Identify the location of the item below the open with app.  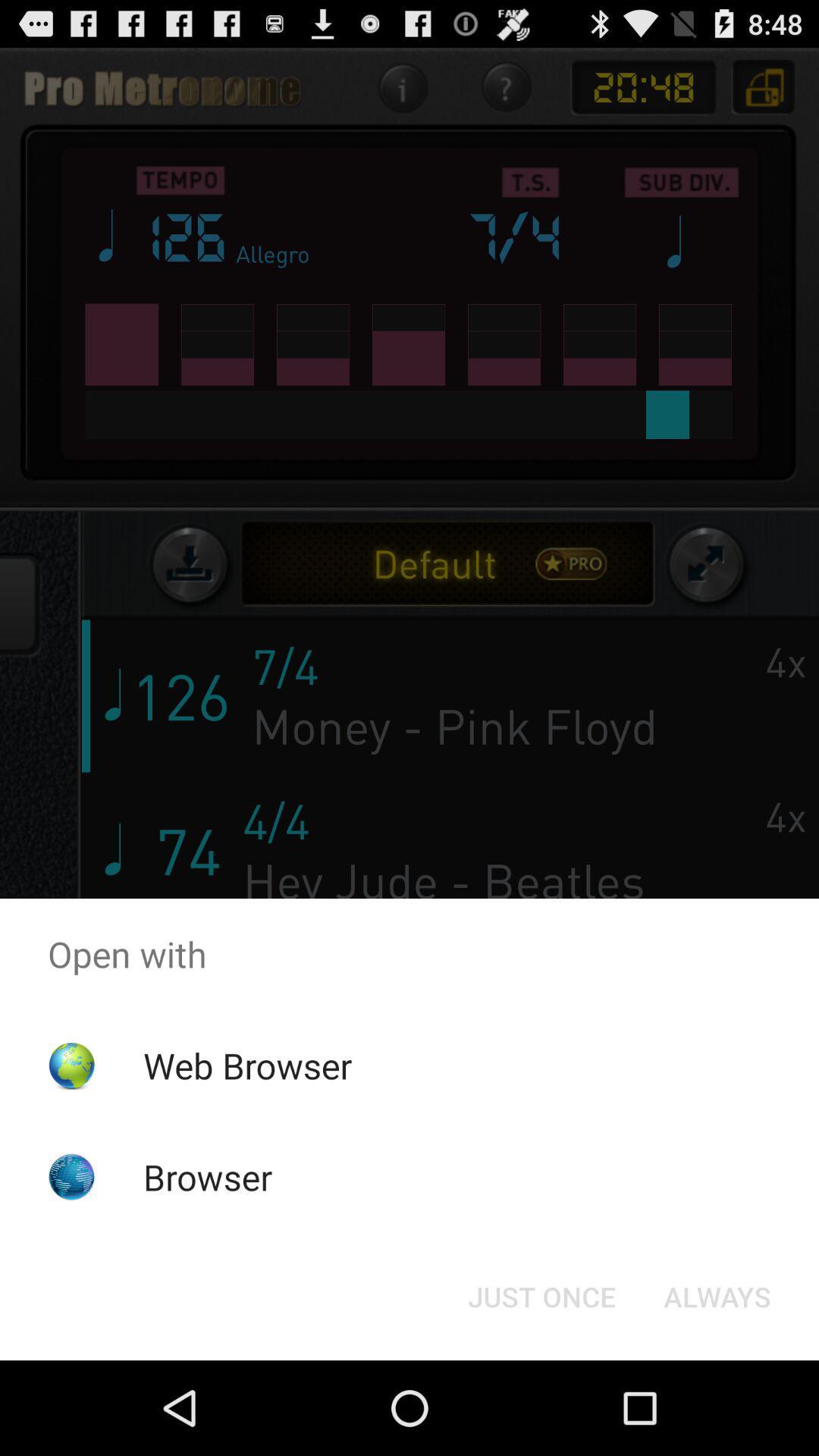
(541, 1295).